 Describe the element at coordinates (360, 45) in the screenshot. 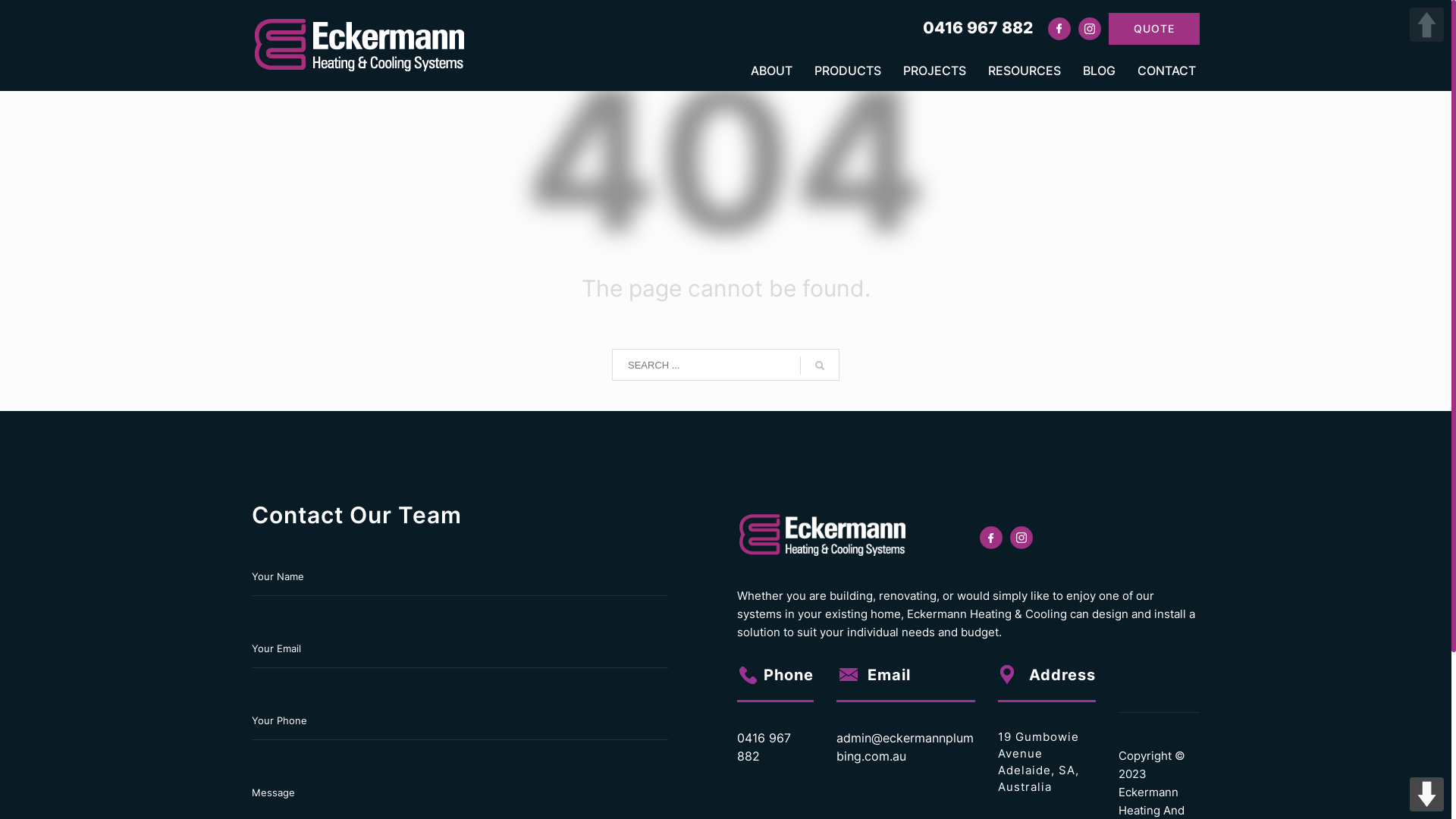

I see `'Eckermann Heating & Cooling'` at that location.